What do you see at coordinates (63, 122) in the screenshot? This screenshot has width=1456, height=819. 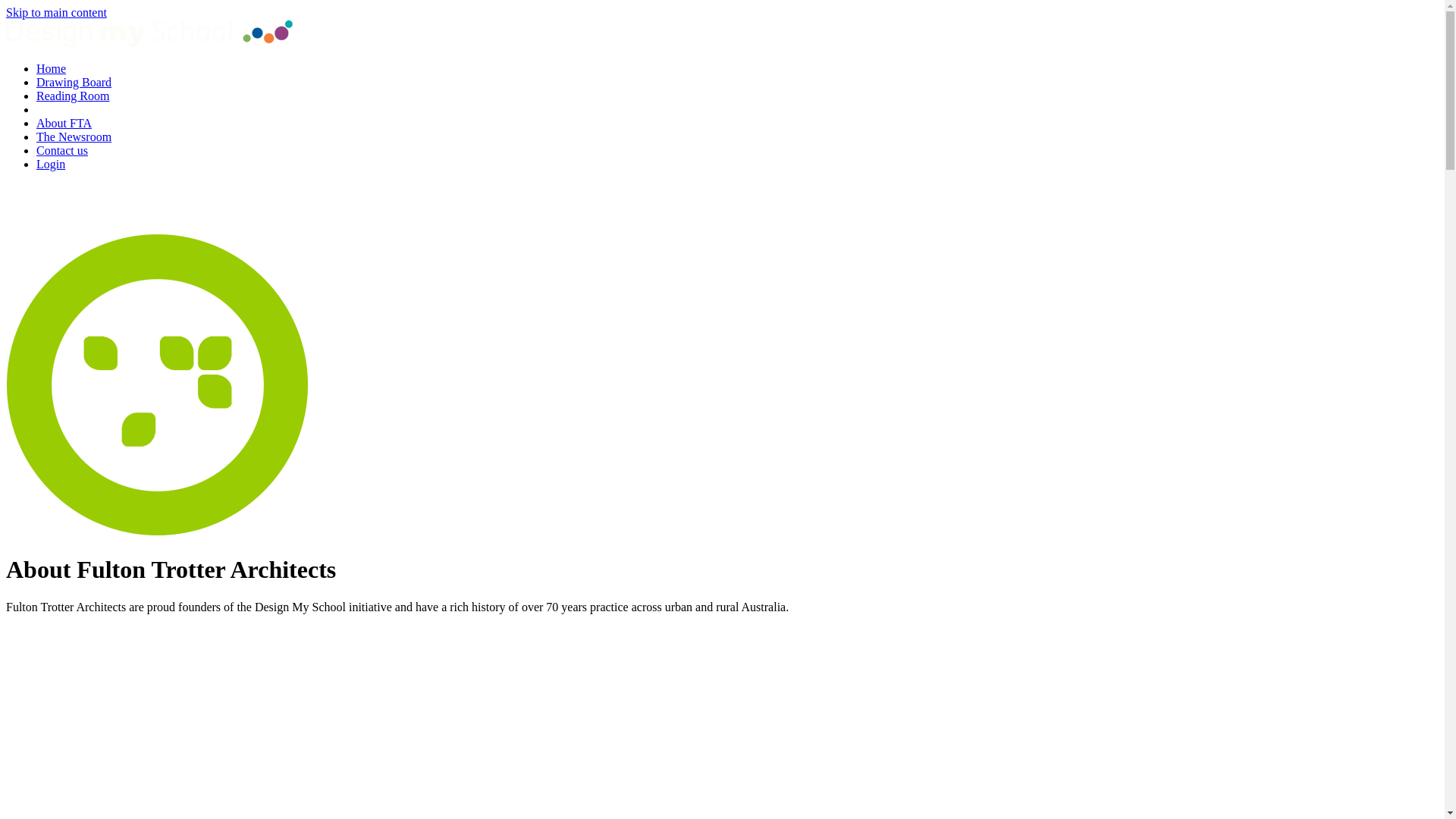 I see `'About FTA'` at bounding box center [63, 122].